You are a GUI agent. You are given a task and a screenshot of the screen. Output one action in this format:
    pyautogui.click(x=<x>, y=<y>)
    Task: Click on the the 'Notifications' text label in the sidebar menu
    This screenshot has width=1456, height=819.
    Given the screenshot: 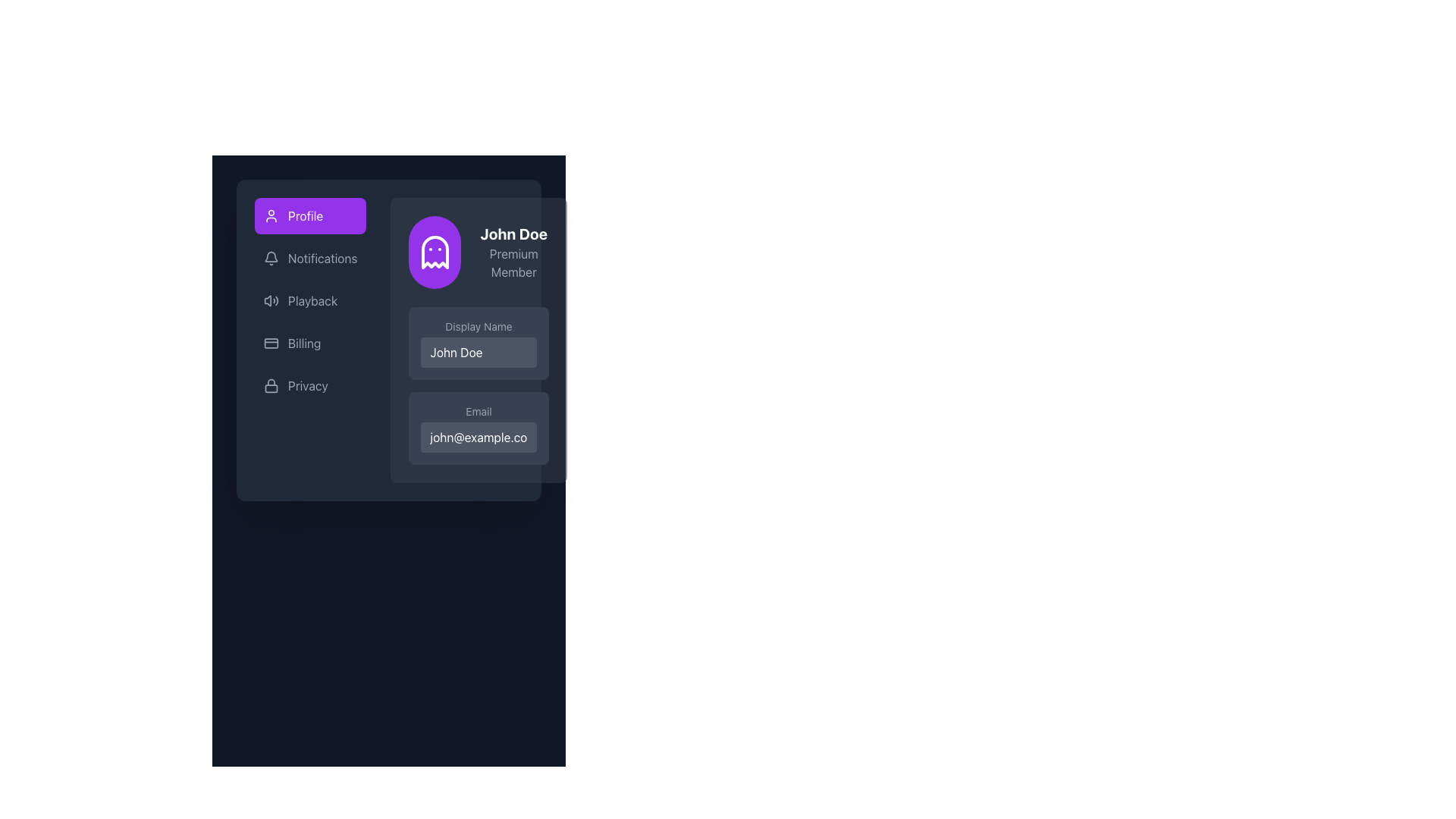 What is the action you would take?
    pyautogui.click(x=322, y=257)
    